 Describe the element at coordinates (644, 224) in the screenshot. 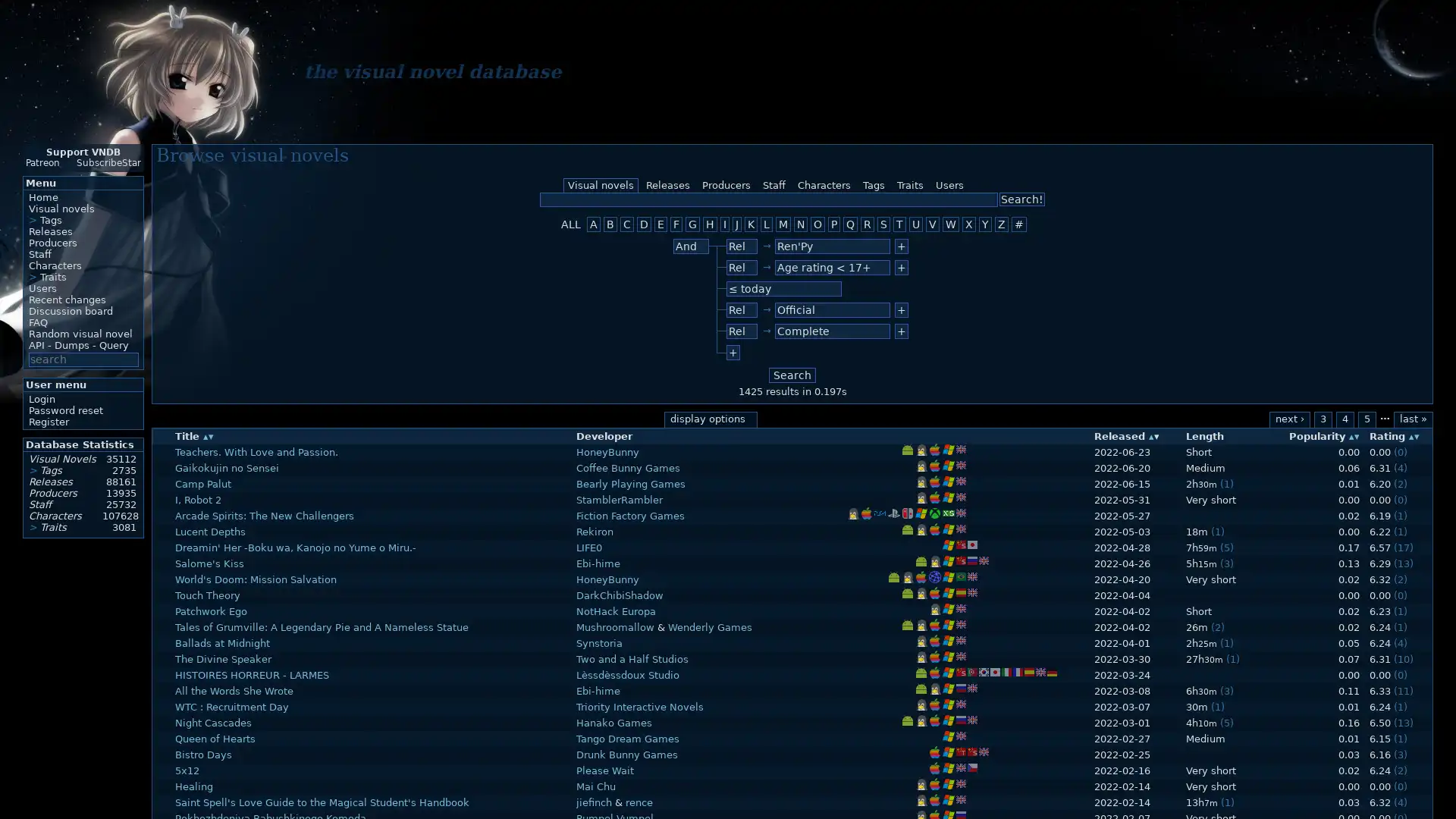

I see `D` at that location.